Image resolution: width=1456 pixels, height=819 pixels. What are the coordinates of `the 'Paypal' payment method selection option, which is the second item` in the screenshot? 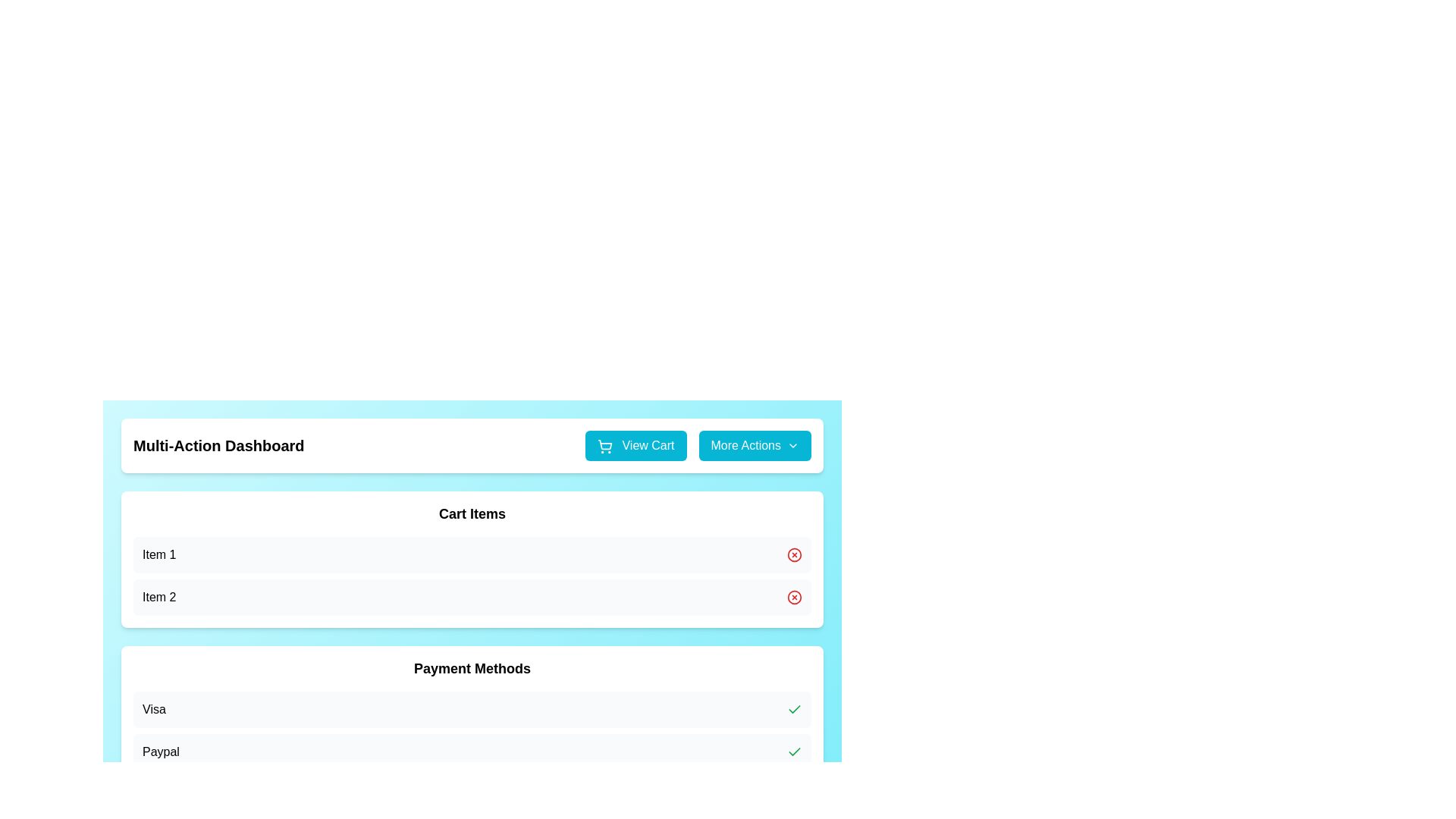 It's located at (472, 752).